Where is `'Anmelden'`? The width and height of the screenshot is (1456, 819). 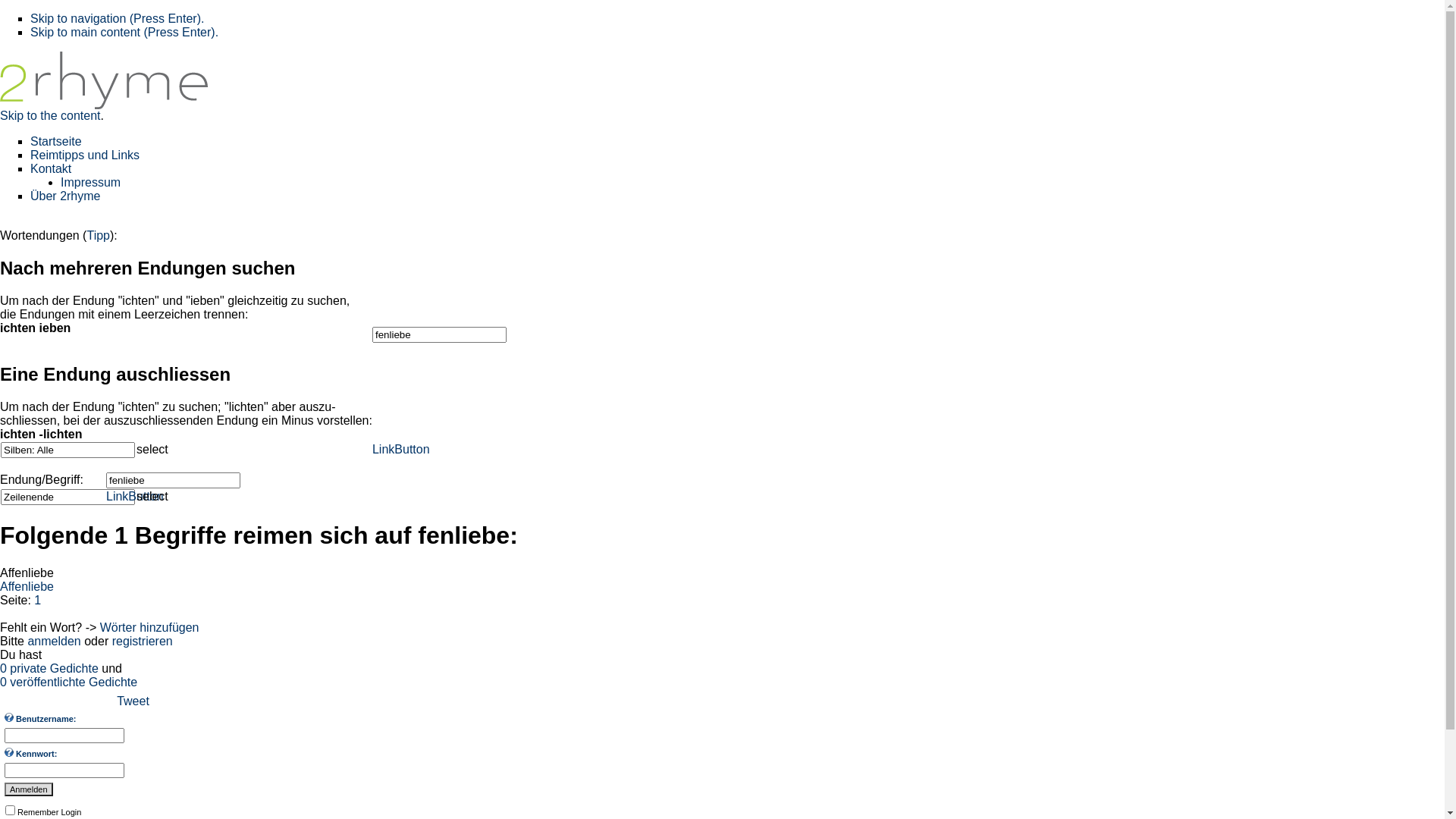
'Anmelden' is located at coordinates (29, 789).